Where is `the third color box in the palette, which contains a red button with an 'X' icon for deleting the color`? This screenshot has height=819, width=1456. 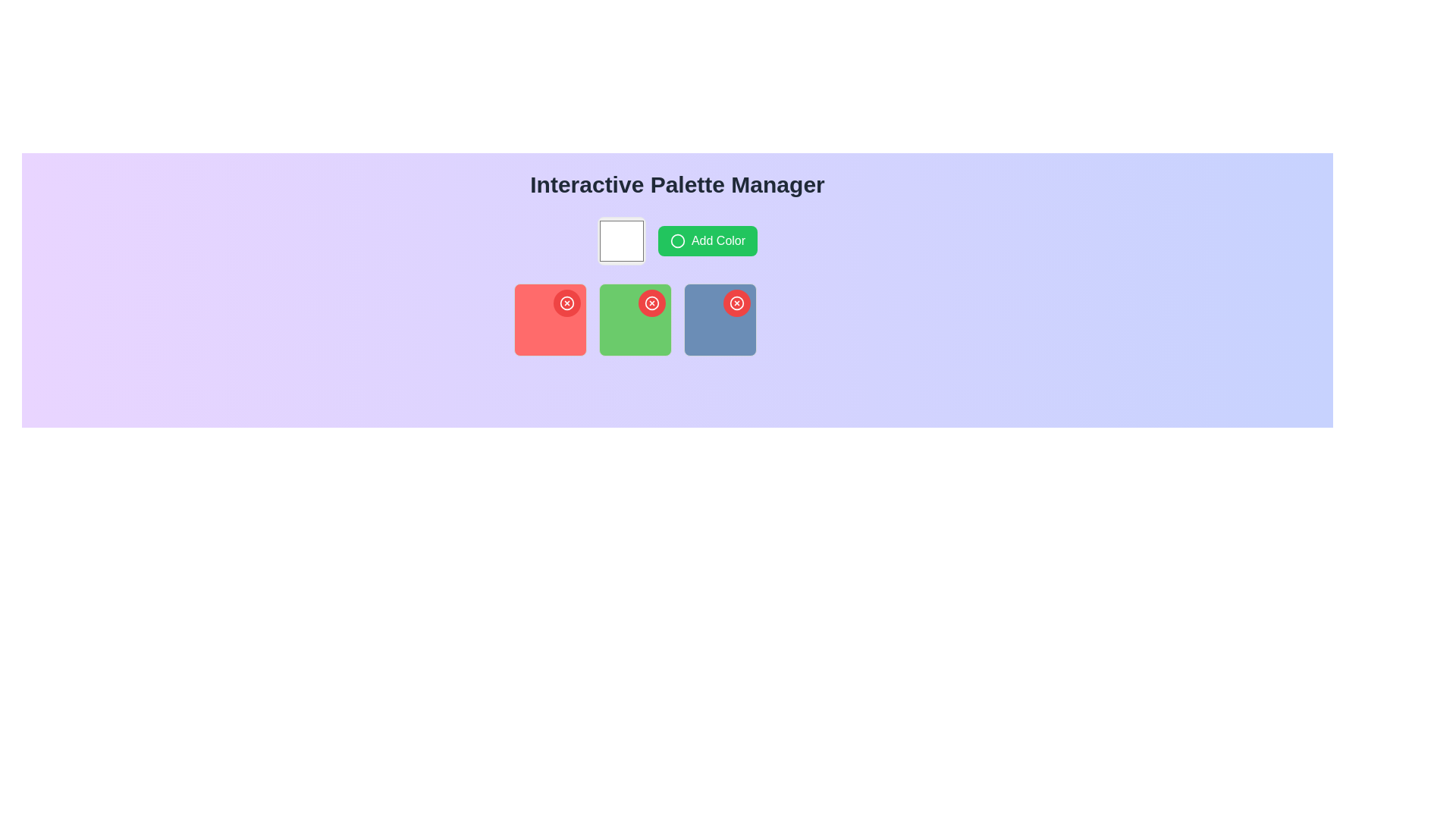 the third color box in the palette, which contains a red button with an 'X' icon for deleting the color is located at coordinates (719, 318).